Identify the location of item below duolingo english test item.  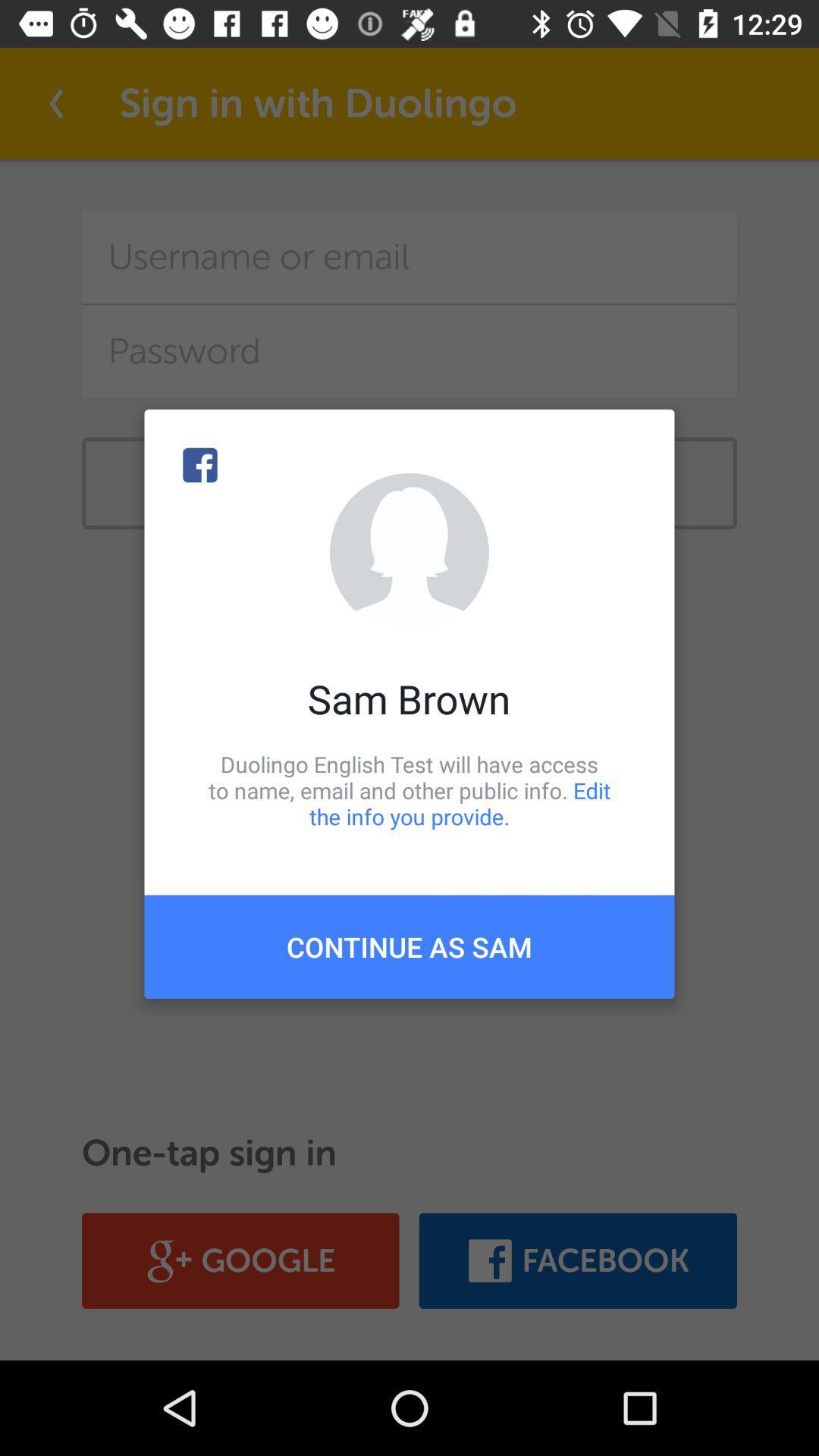
(409, 946).